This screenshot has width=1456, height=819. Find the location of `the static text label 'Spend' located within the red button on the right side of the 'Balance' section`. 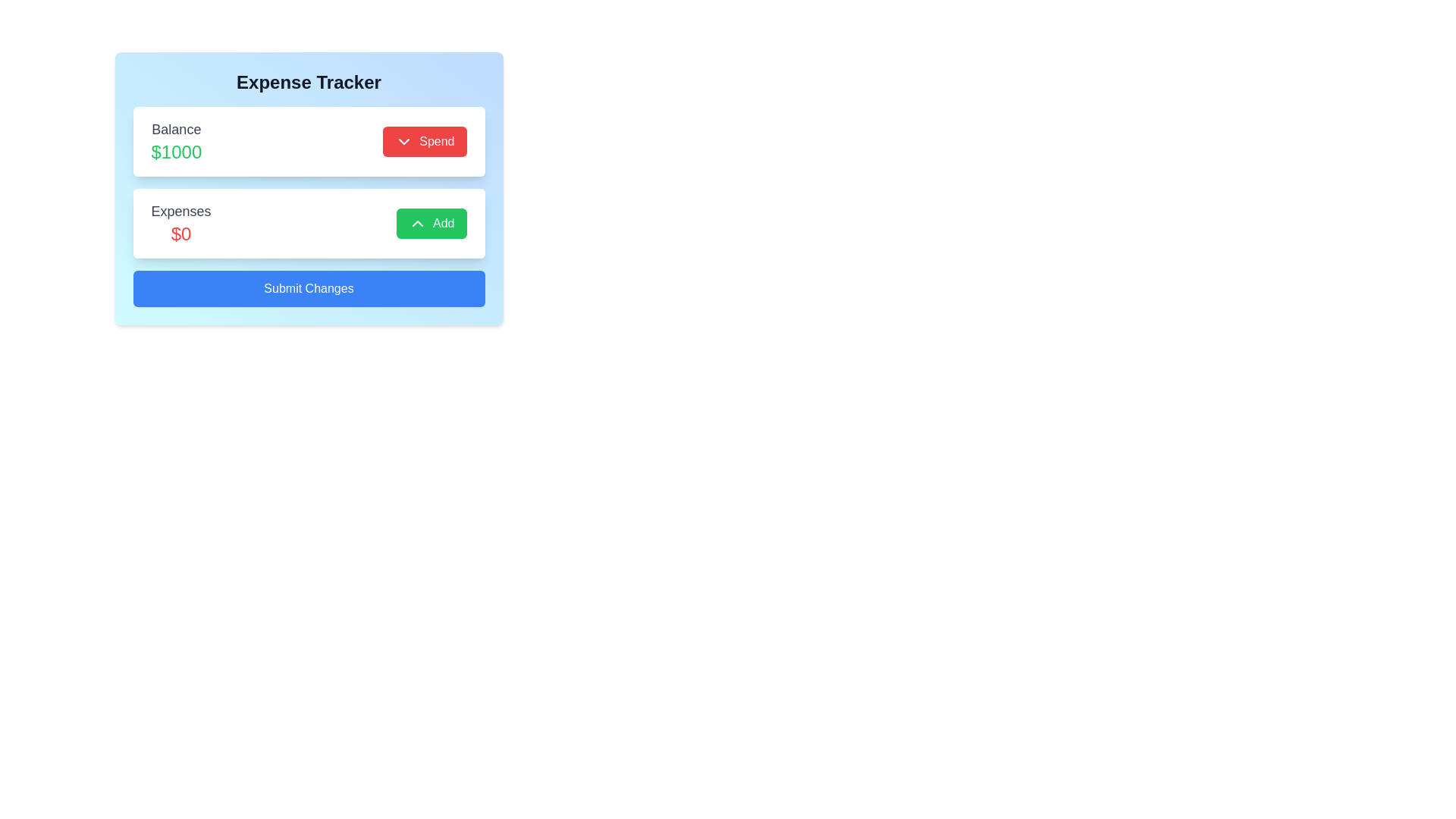

the static text label 'Spend' located within the red button on the right side of the 'Balance' section is located at coordinates (436, 141).